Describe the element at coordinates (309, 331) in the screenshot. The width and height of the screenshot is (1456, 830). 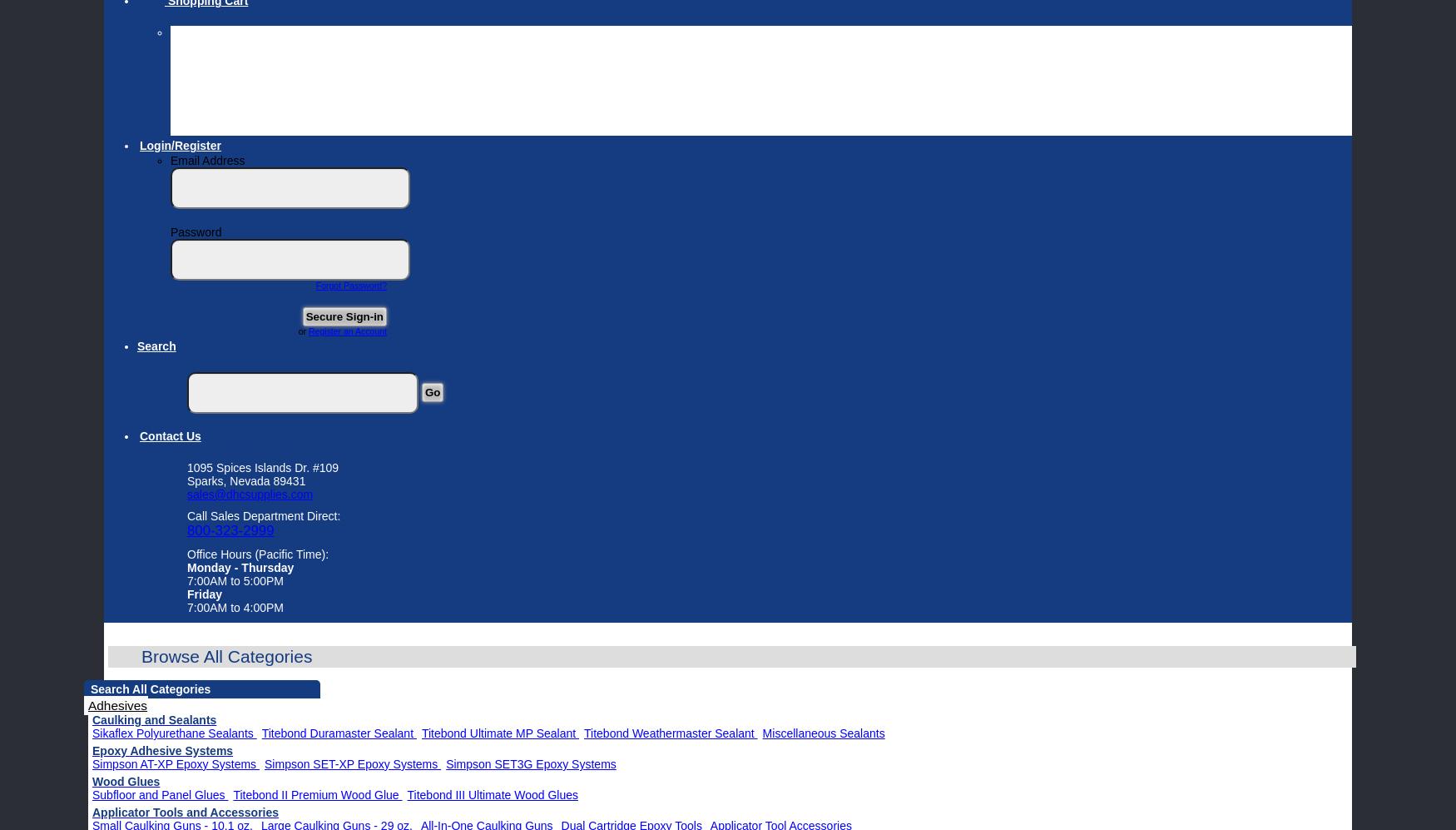
I see `'Register an Account'` at that location.